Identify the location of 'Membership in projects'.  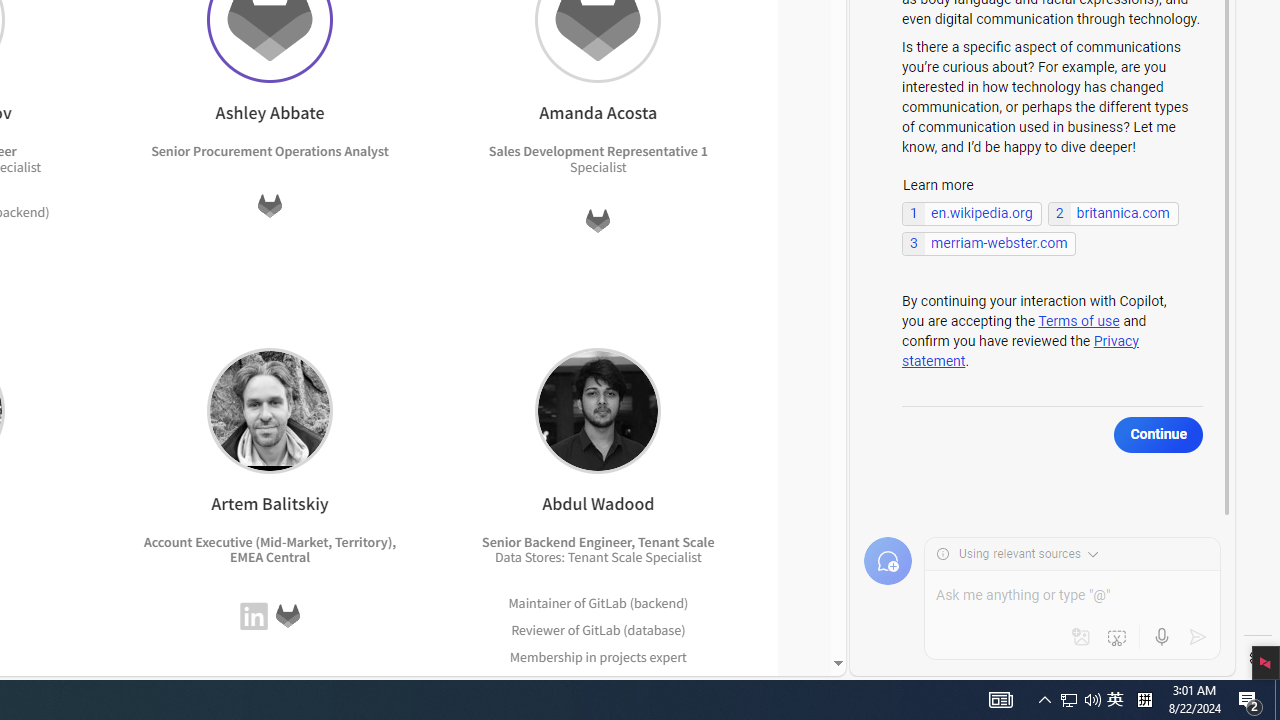
(576, 656).